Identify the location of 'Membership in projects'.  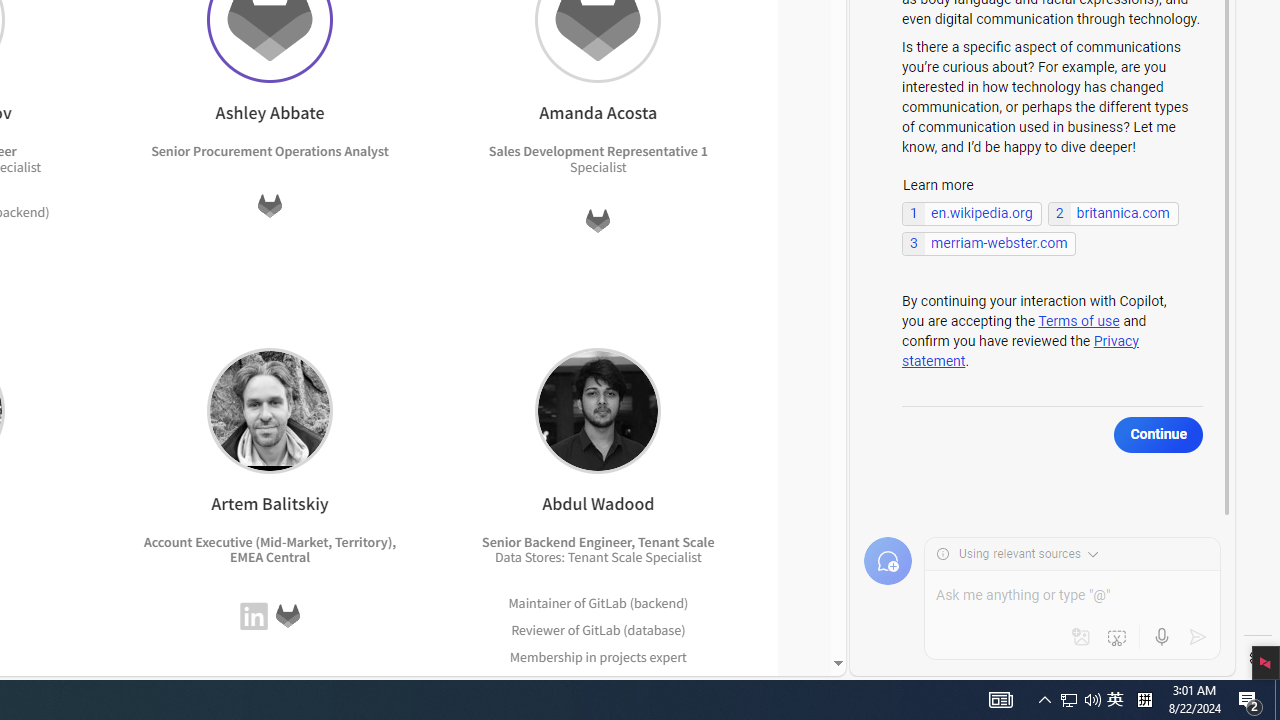
(576, 656).